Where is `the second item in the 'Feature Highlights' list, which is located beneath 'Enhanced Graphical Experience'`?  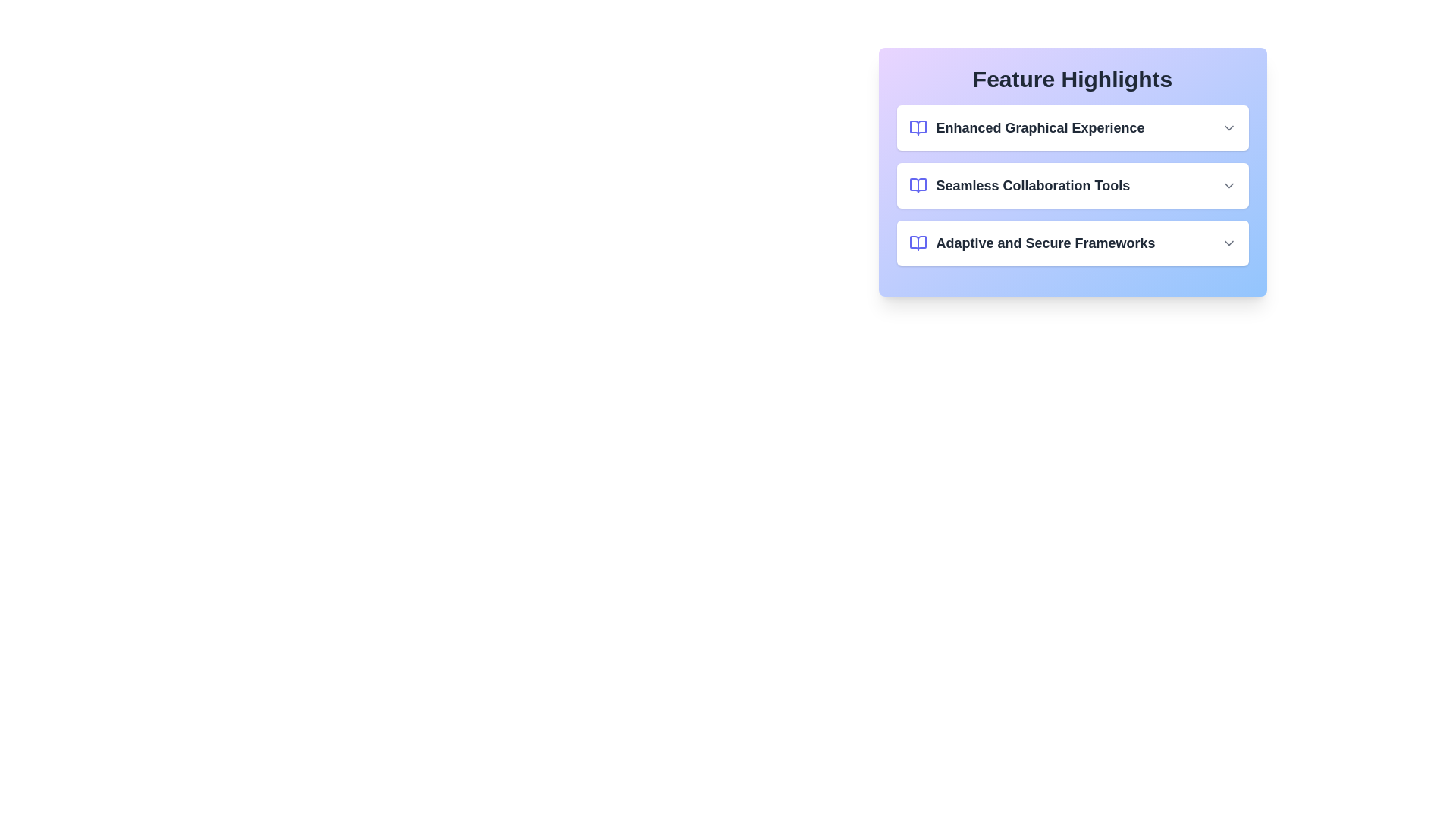
the second item in the 'Feature Highlights' list, which is located beneath 'Enhanced Graphical Experience' is located at coordinates (1072, 185).